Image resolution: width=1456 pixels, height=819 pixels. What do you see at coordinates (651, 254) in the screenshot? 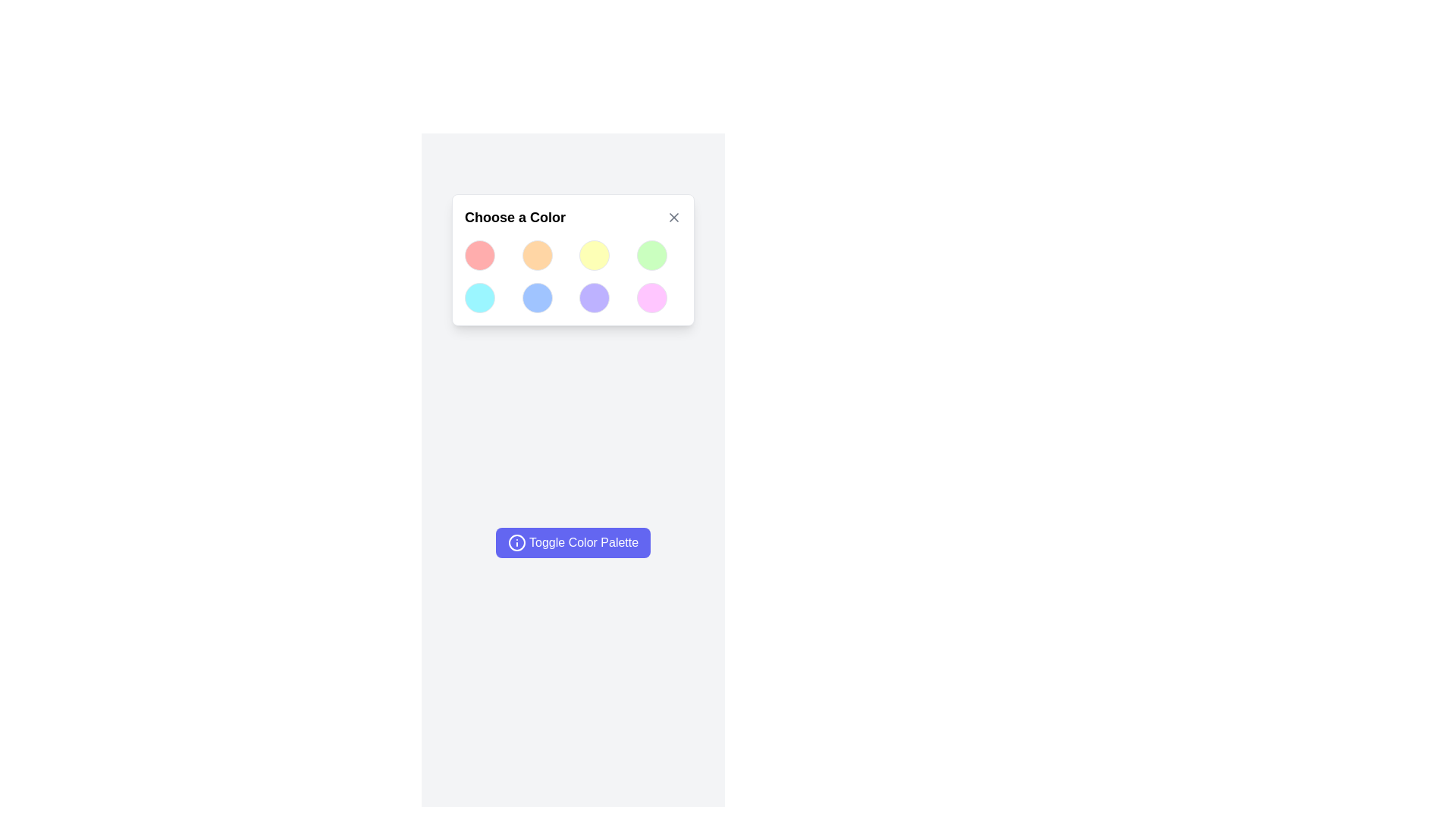
I see `the interactive circular button for light green color selection located in the top-right corner of a 4x2 grid layout` at bounding box center [651, 254].